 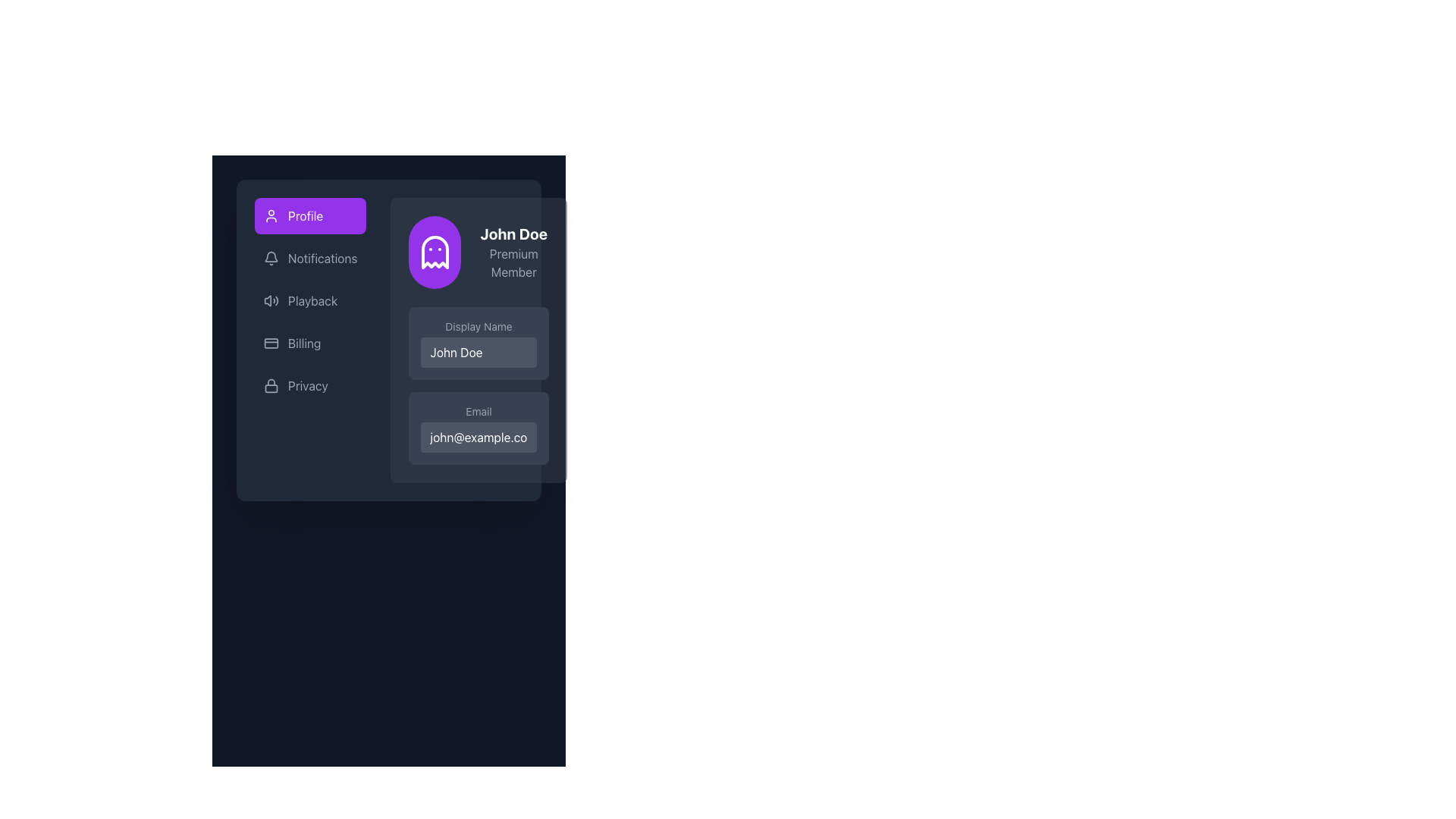 I want to click on the 'Billing' icon located in the left sidebar menu, positioned to the left of the 'Billing' text label for navigation hint, so click(x=271, y=343).